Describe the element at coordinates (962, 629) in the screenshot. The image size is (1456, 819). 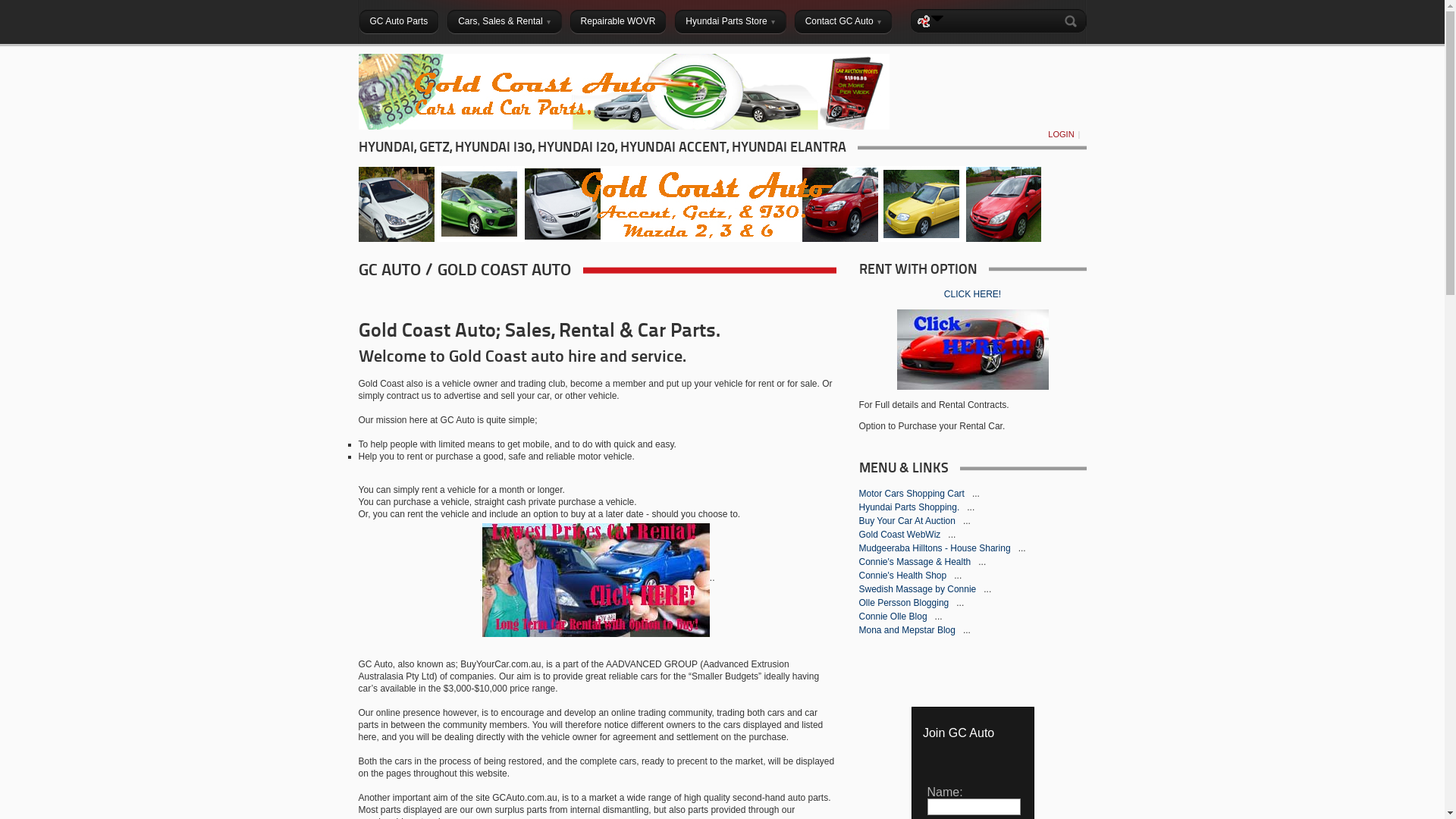
I see `'...'` at that location.